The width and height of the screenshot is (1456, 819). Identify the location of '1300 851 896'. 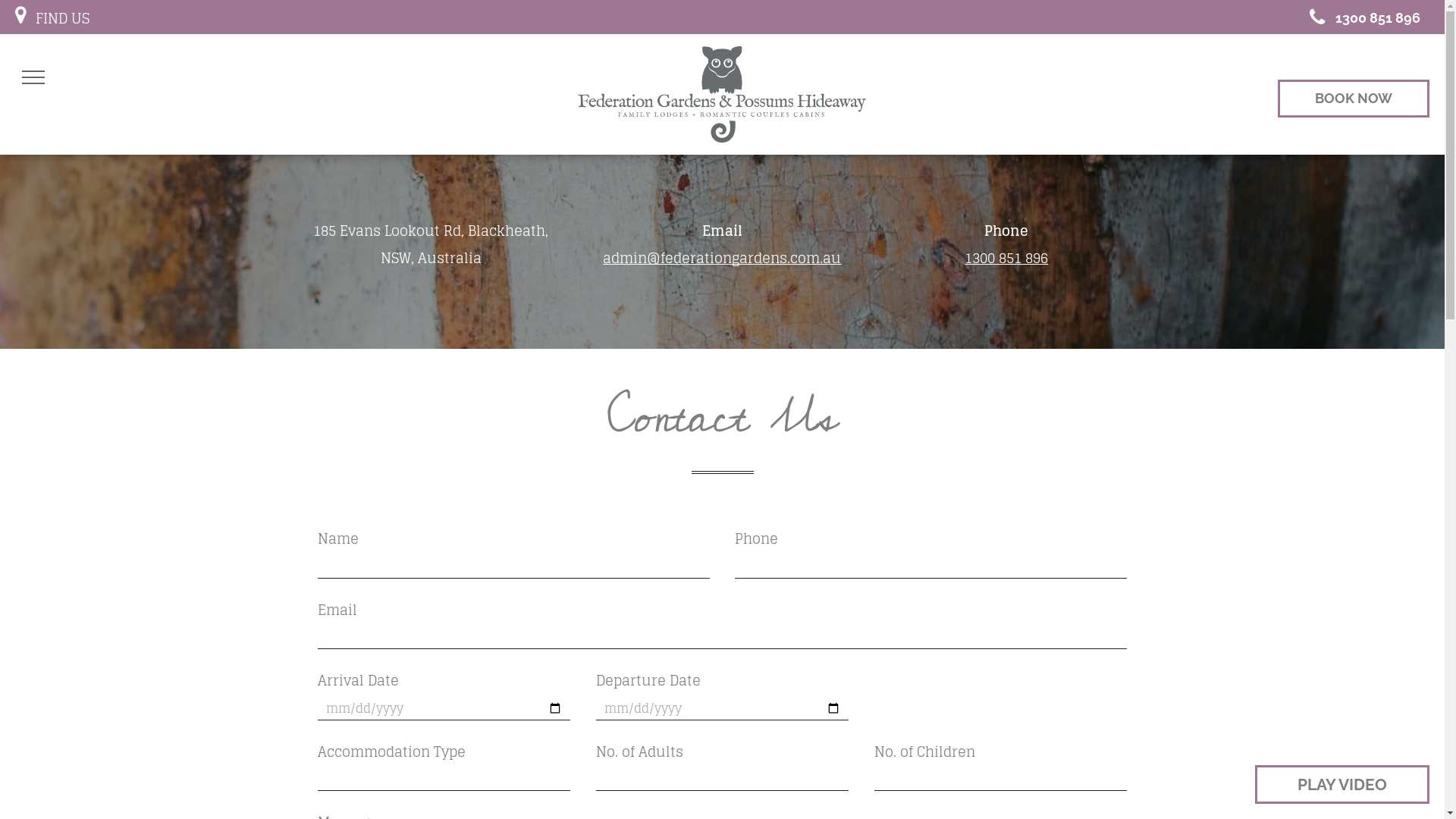
(1006, 256).